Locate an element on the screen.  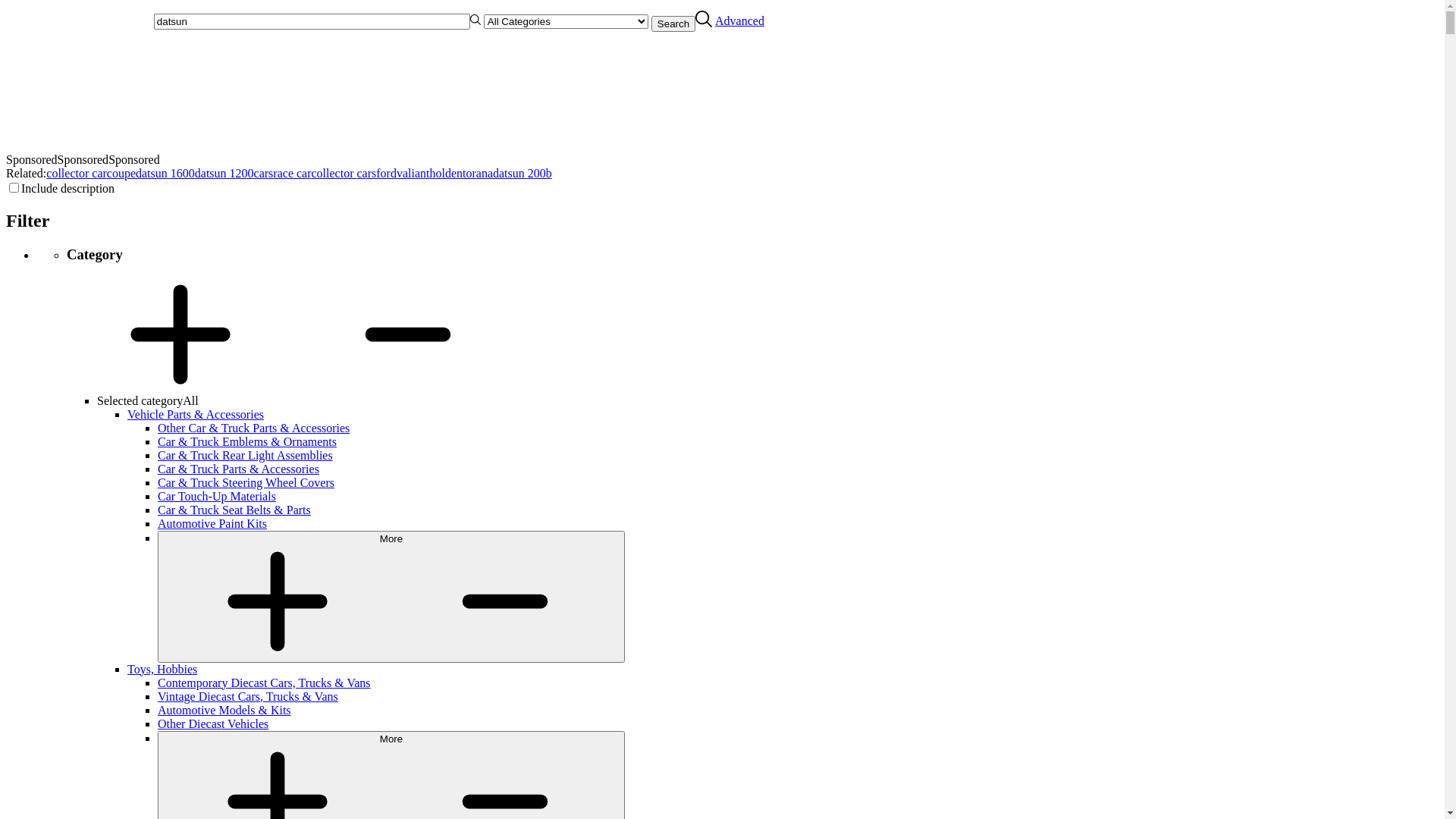
'datsun 1600' is located at coordinates (165, 172).